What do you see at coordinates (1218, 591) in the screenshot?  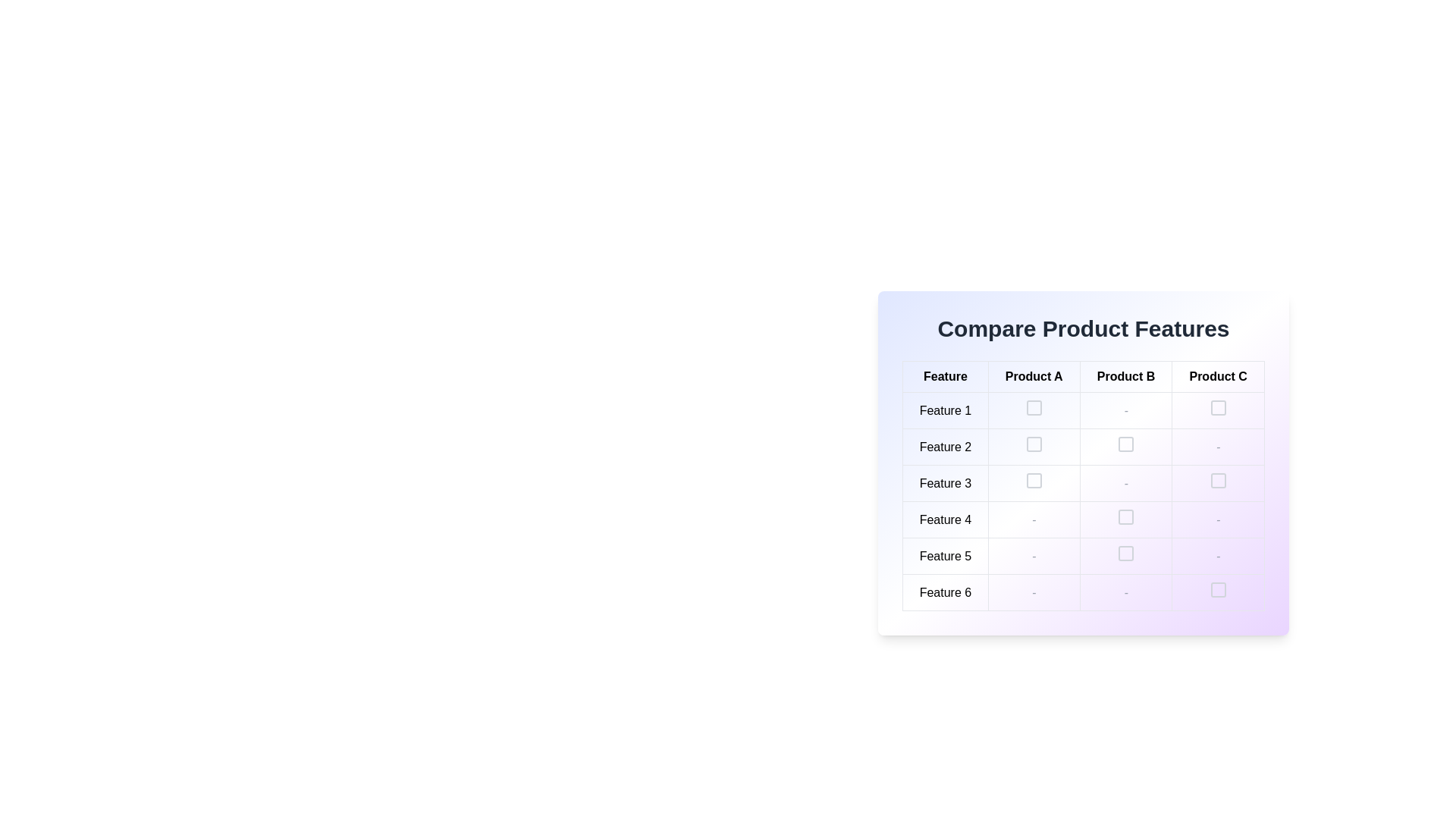 I see `the checkbox in the last cell of the last row of the feature comparison grid, specifically in the 'Product C' column and 'Feature 6' row` at bounding box center [1218, 591].